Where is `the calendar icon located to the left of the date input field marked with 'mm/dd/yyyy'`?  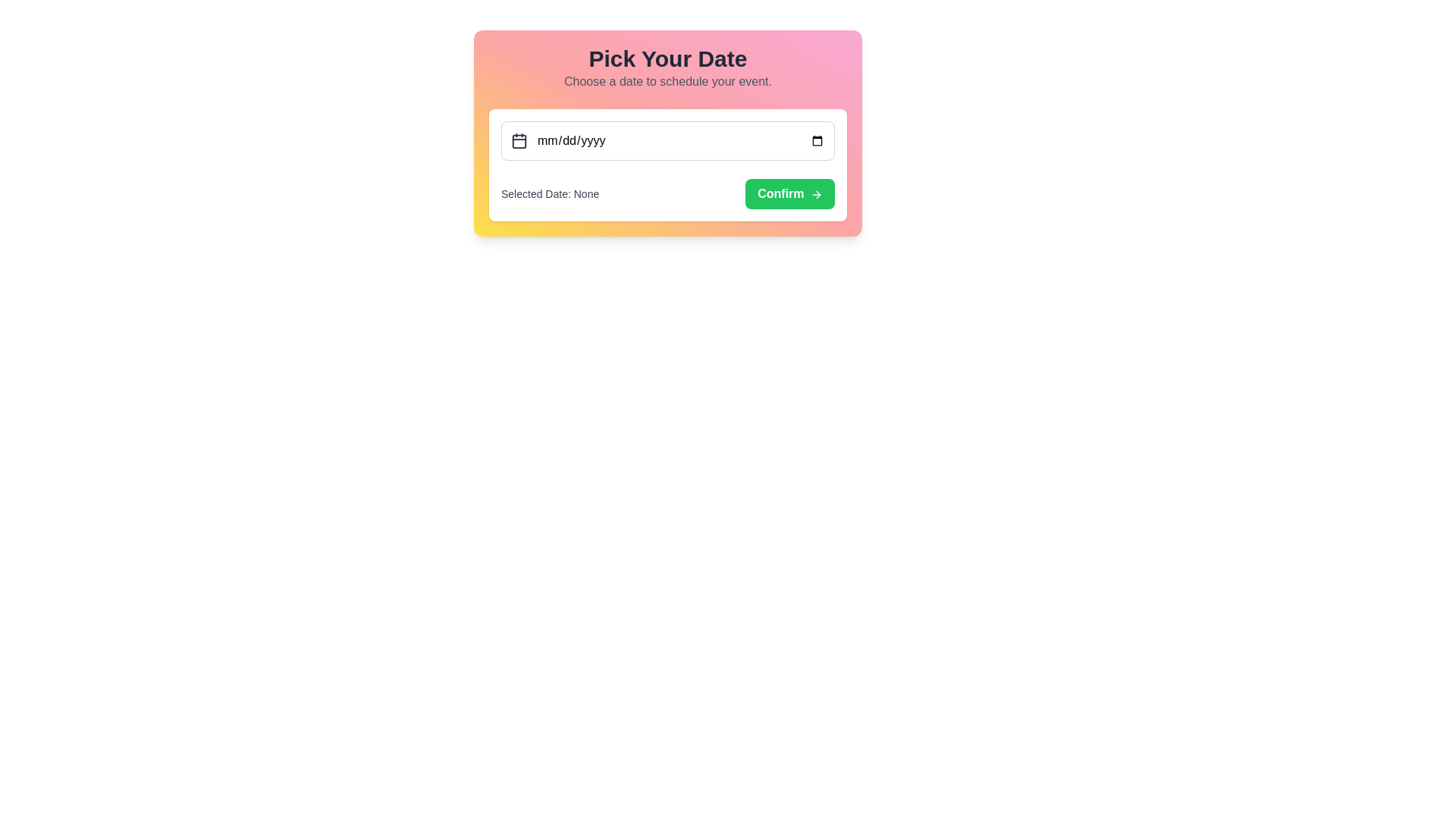
the calendar icon located to the left of the date input field marked with 'mm/dd/yyyy' is located at coordinates (519, 140).